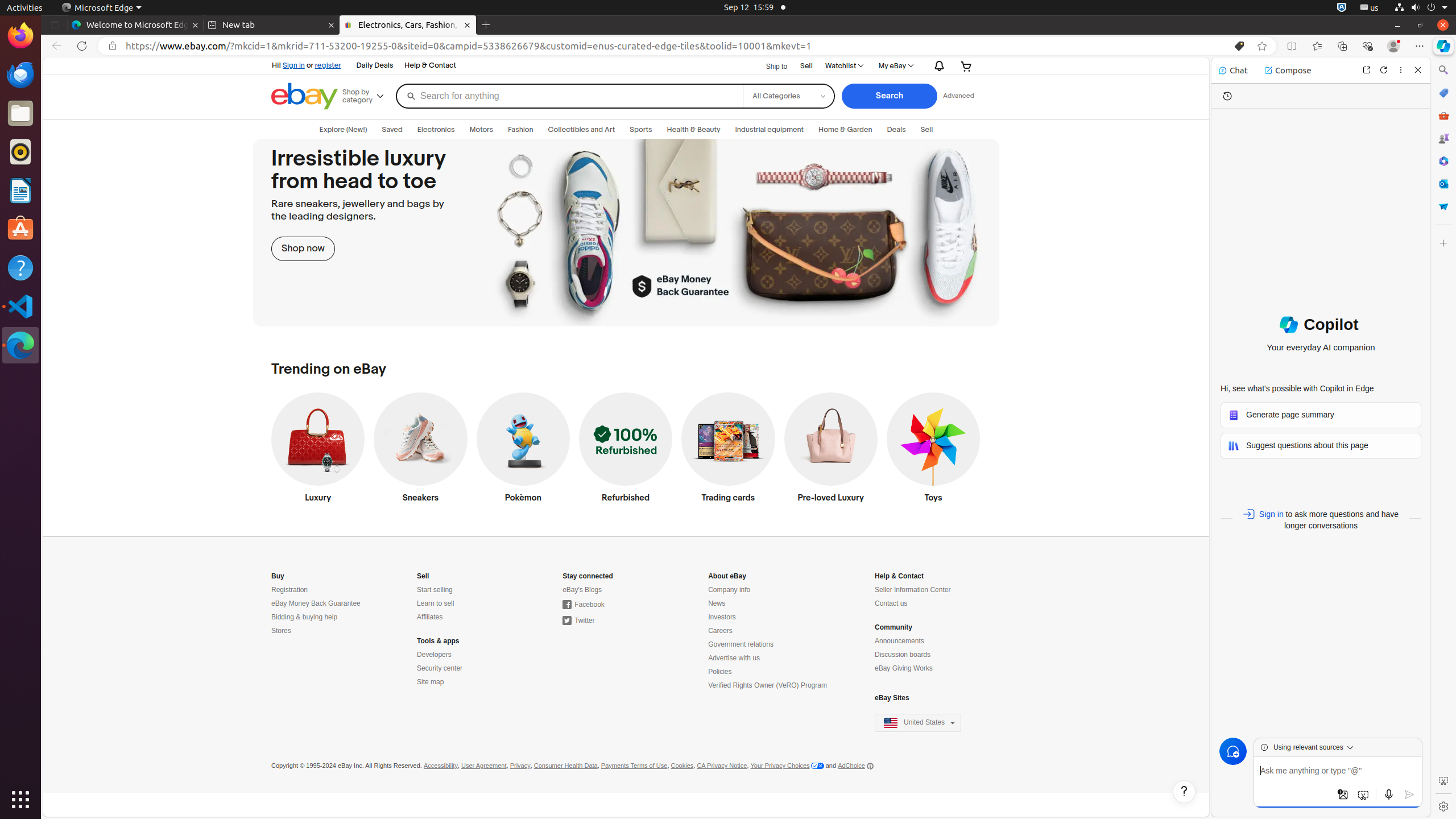  Describe the element at coordinates (440, 765) in the screenshot. I see `'Accessibility'` at that location.